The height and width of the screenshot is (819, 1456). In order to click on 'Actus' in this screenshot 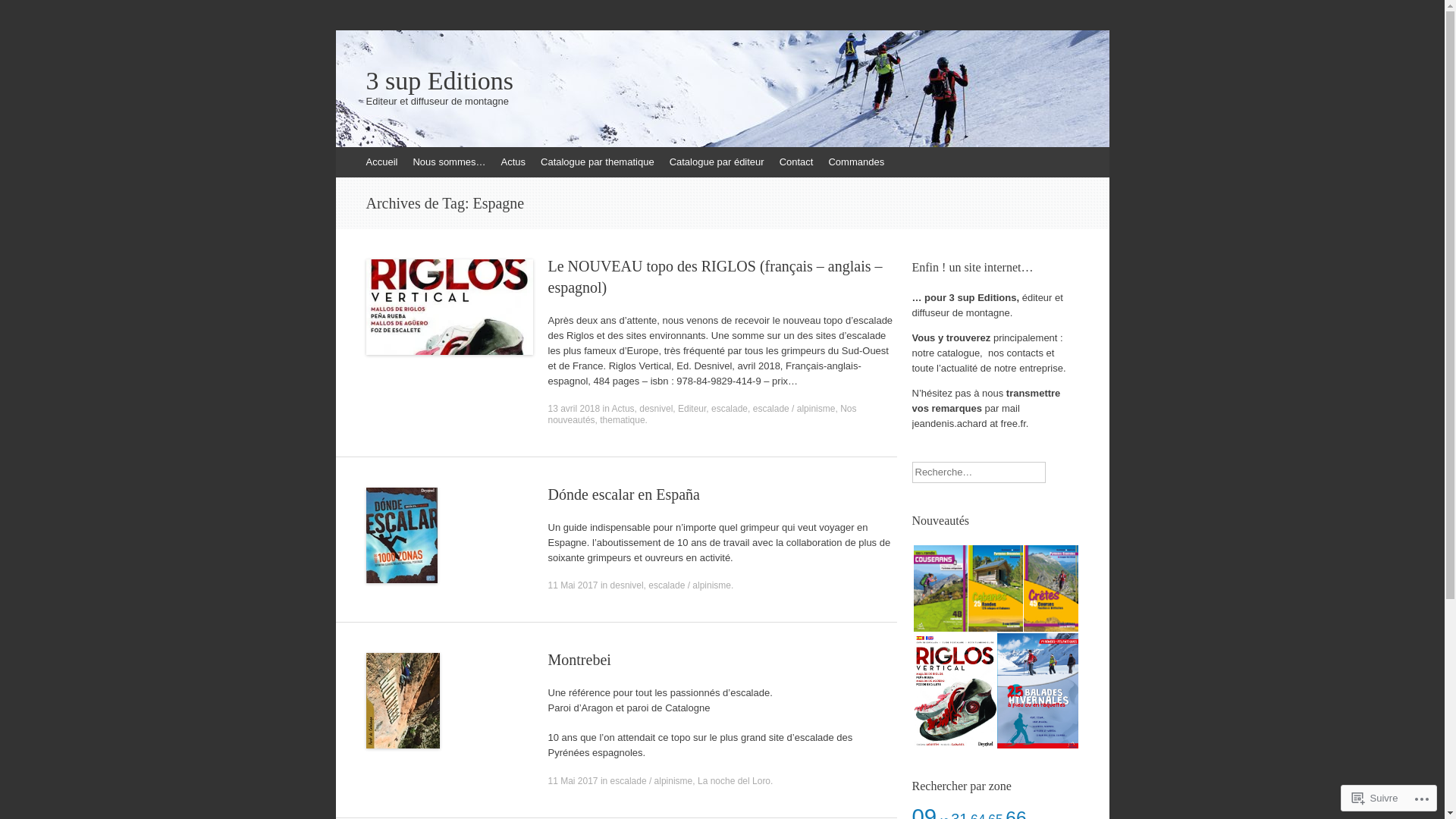, I will do `click(623, 408)`.